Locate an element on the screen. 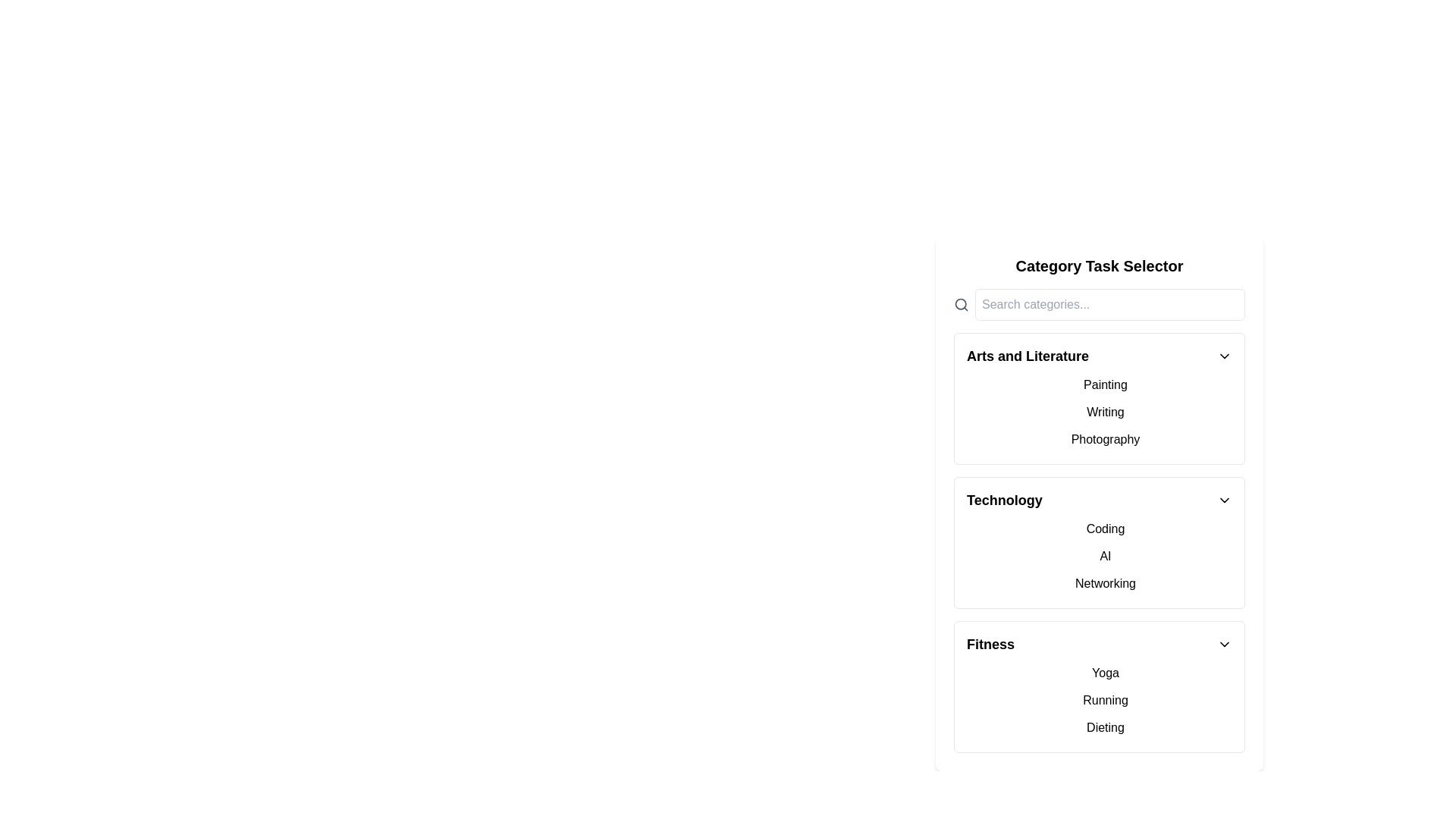 The image size is (1456, 819). the 'Arts and Literature' collapsible menu section is located at coordinates (1099, 397).